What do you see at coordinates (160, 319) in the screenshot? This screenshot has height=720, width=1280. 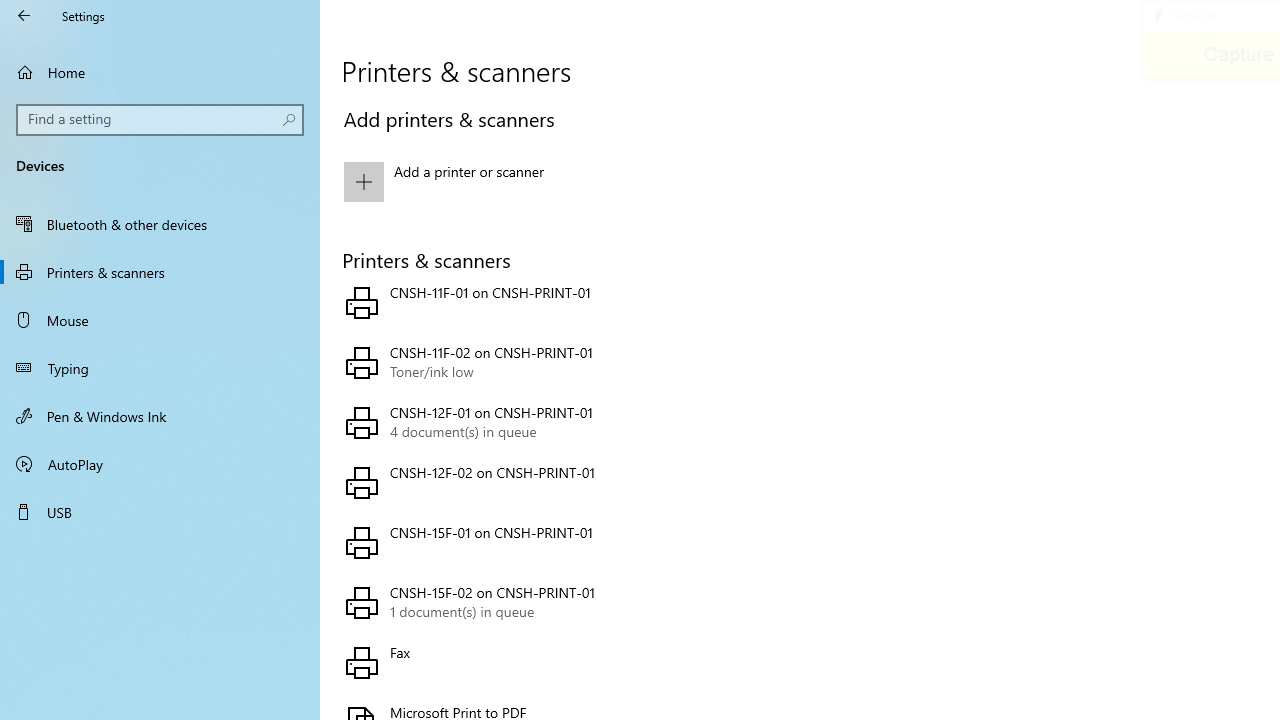 I see `'Mouse'` at bounding box center [160, 319].